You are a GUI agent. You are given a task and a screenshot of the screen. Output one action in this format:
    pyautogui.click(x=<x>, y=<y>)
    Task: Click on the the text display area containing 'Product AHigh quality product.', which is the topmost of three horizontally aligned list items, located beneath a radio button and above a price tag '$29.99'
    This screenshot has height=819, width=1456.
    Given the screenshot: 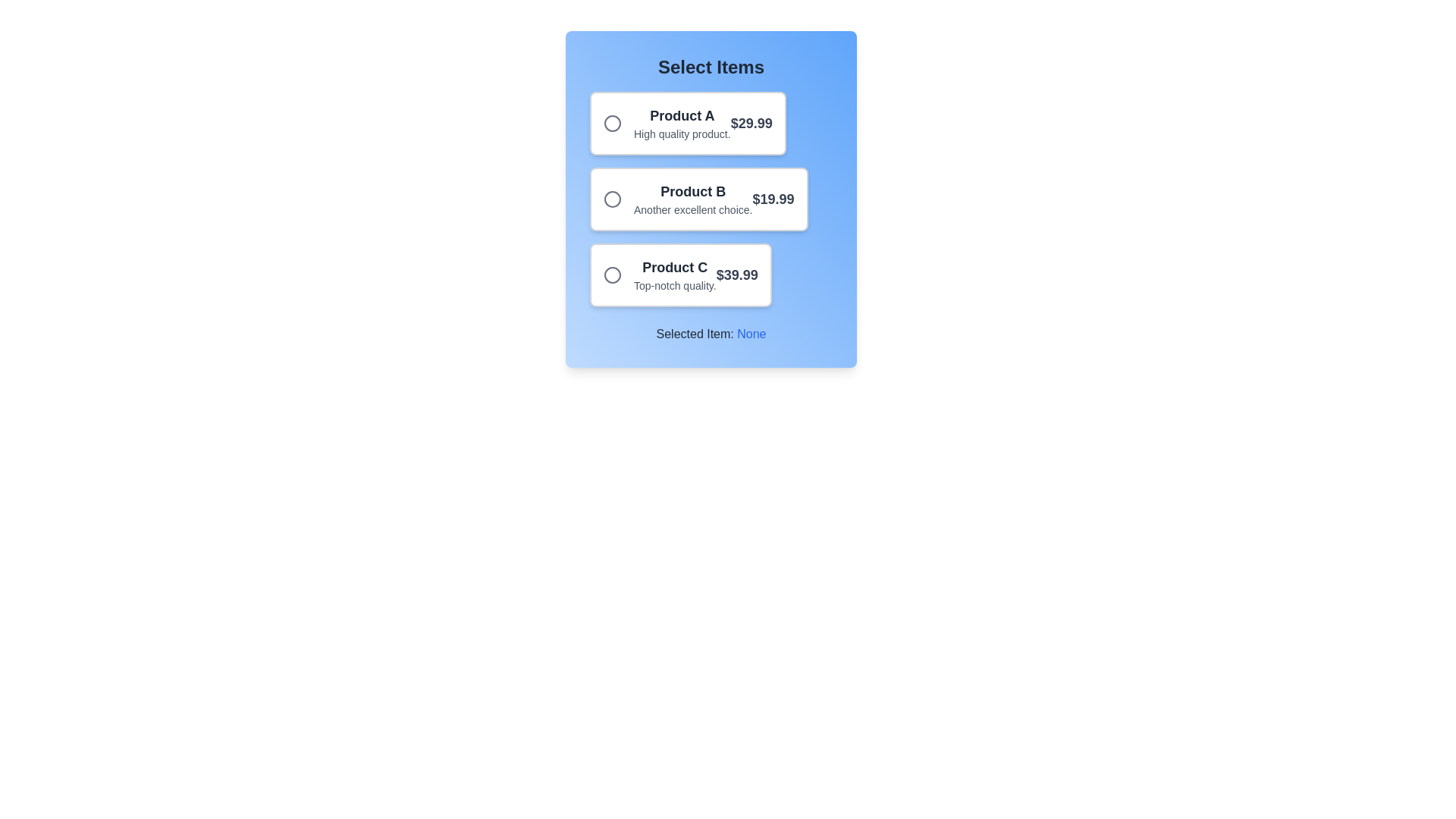 What is the action you would take?
    pyautogui.click(x=681, y=122)
    